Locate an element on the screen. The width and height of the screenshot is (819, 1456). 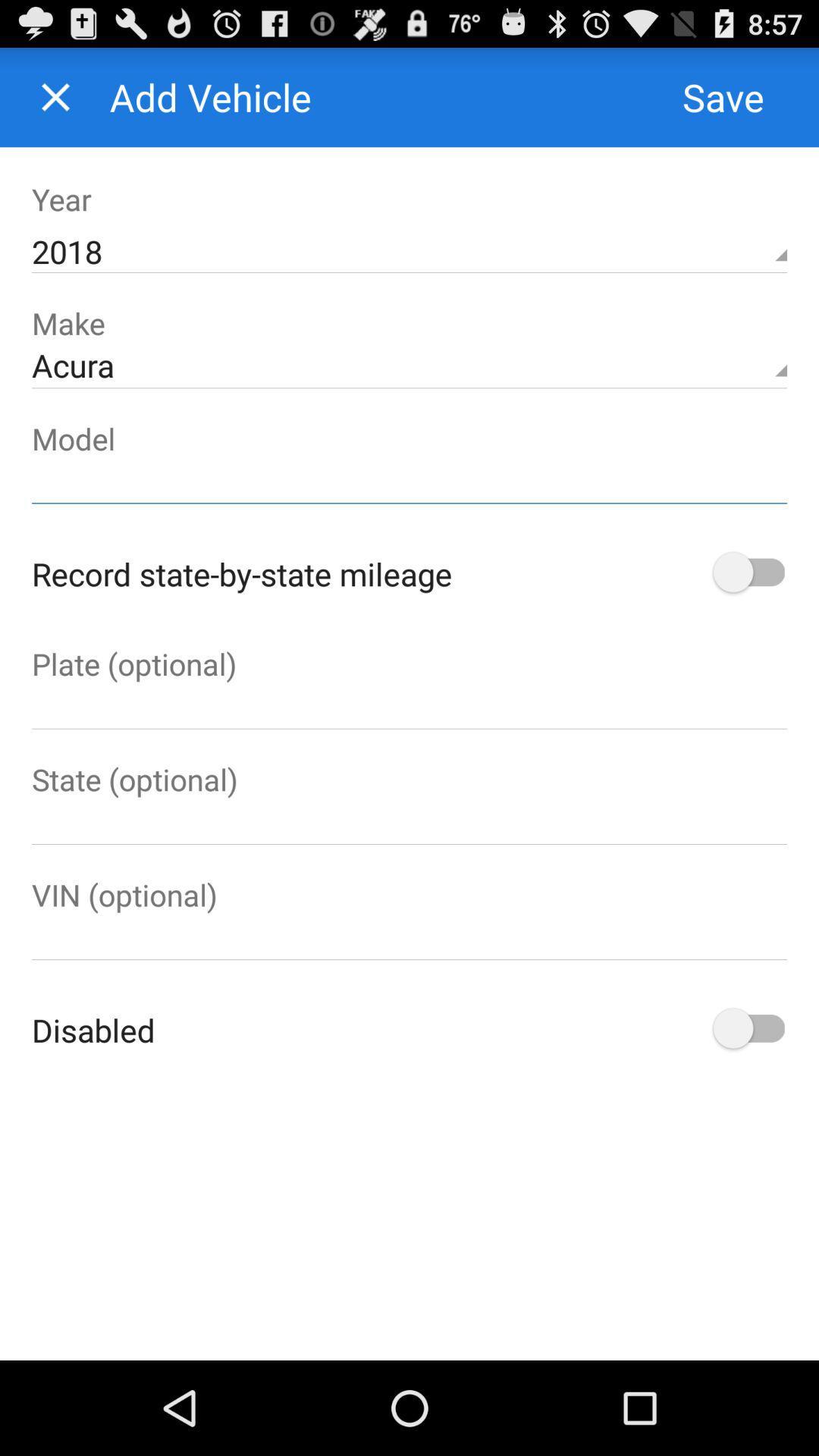
plate number on vehicle is located at coordinates (409, 705).